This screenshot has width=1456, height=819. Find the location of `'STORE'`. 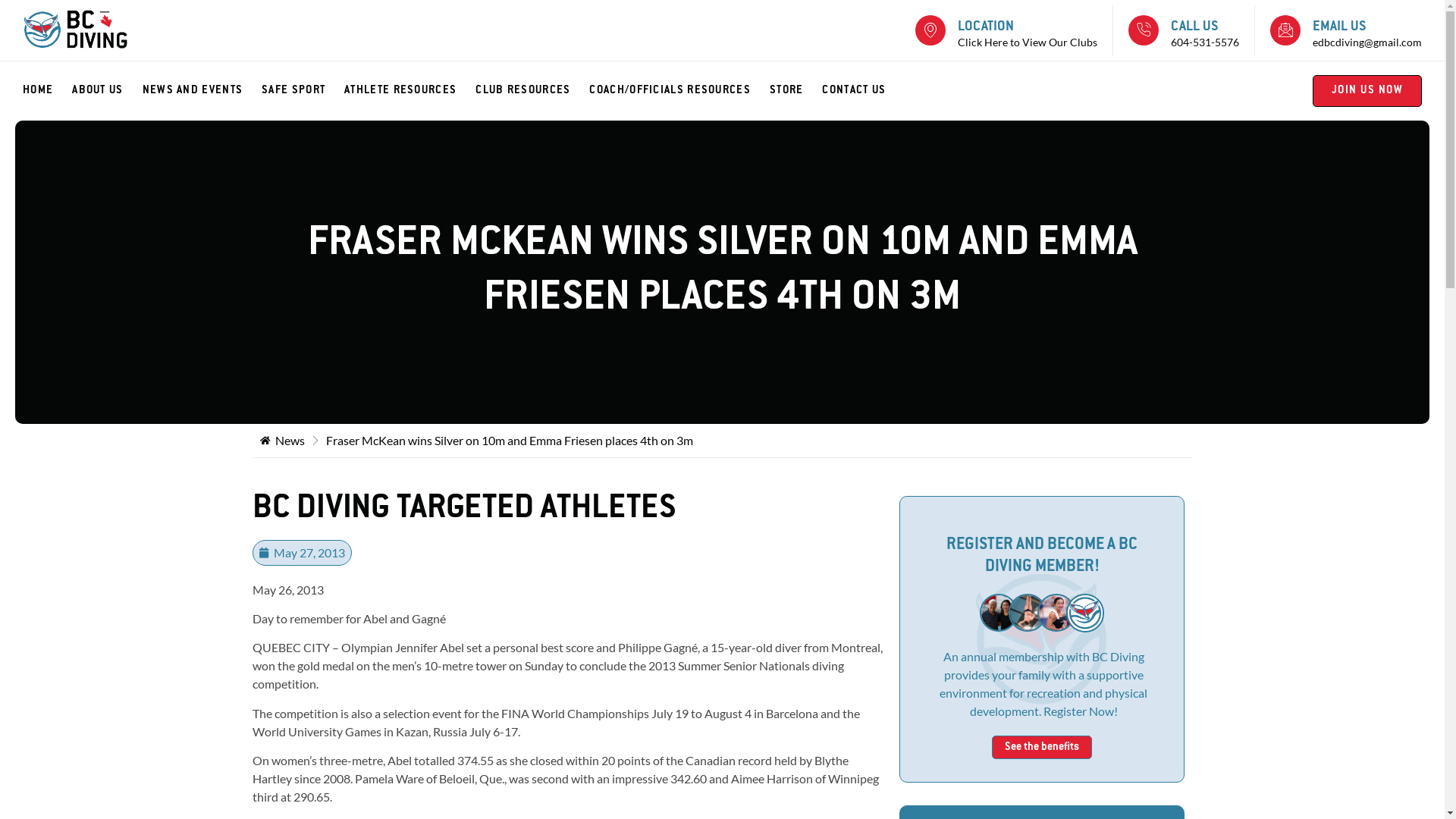

'STORE' is located at coordinates (795, 91).